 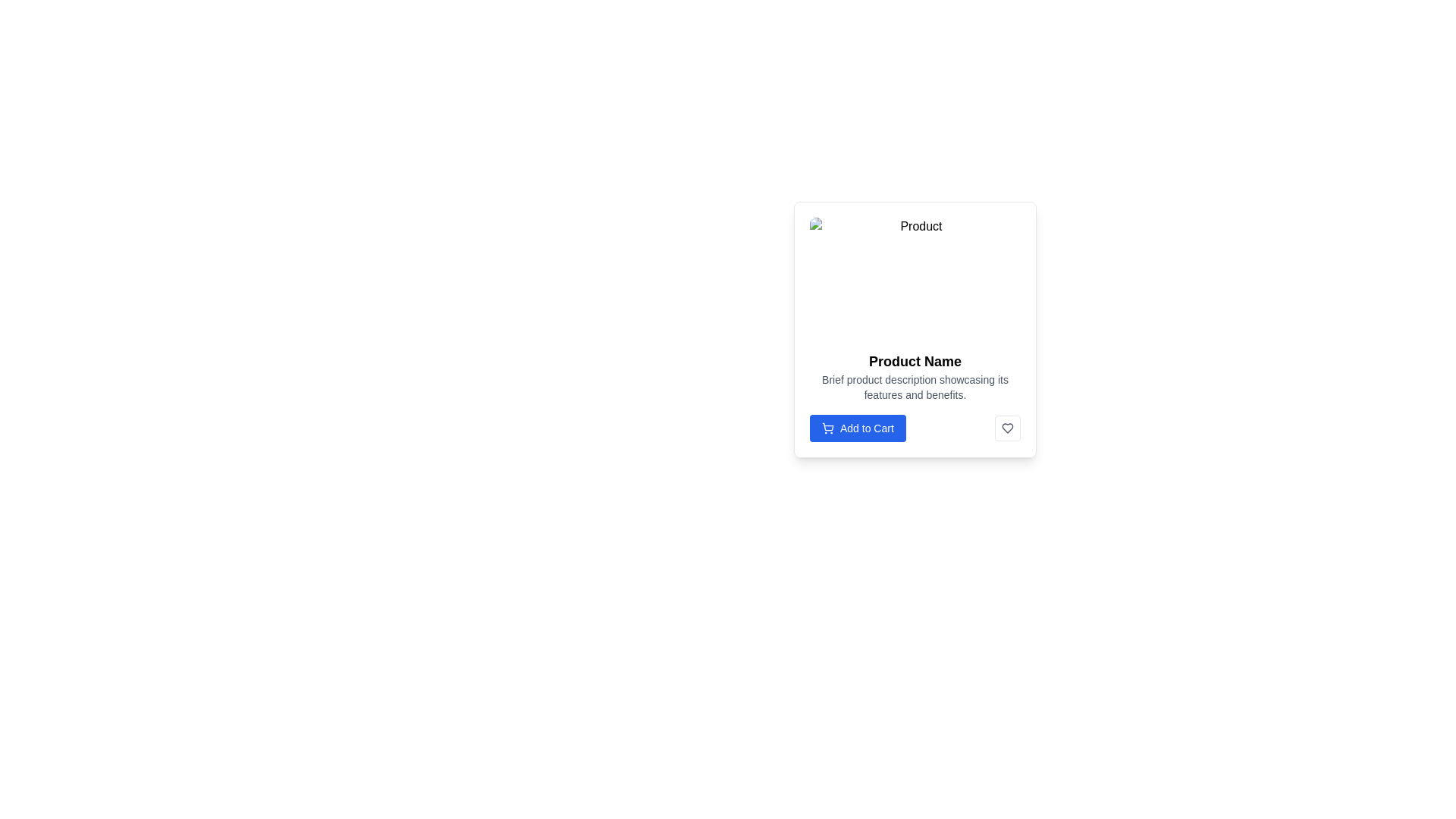 I want to click on the heart-shaped 'like' icon outlined in gray, located at the bottom-right corner of the product card, so click(x=1008, y=428).